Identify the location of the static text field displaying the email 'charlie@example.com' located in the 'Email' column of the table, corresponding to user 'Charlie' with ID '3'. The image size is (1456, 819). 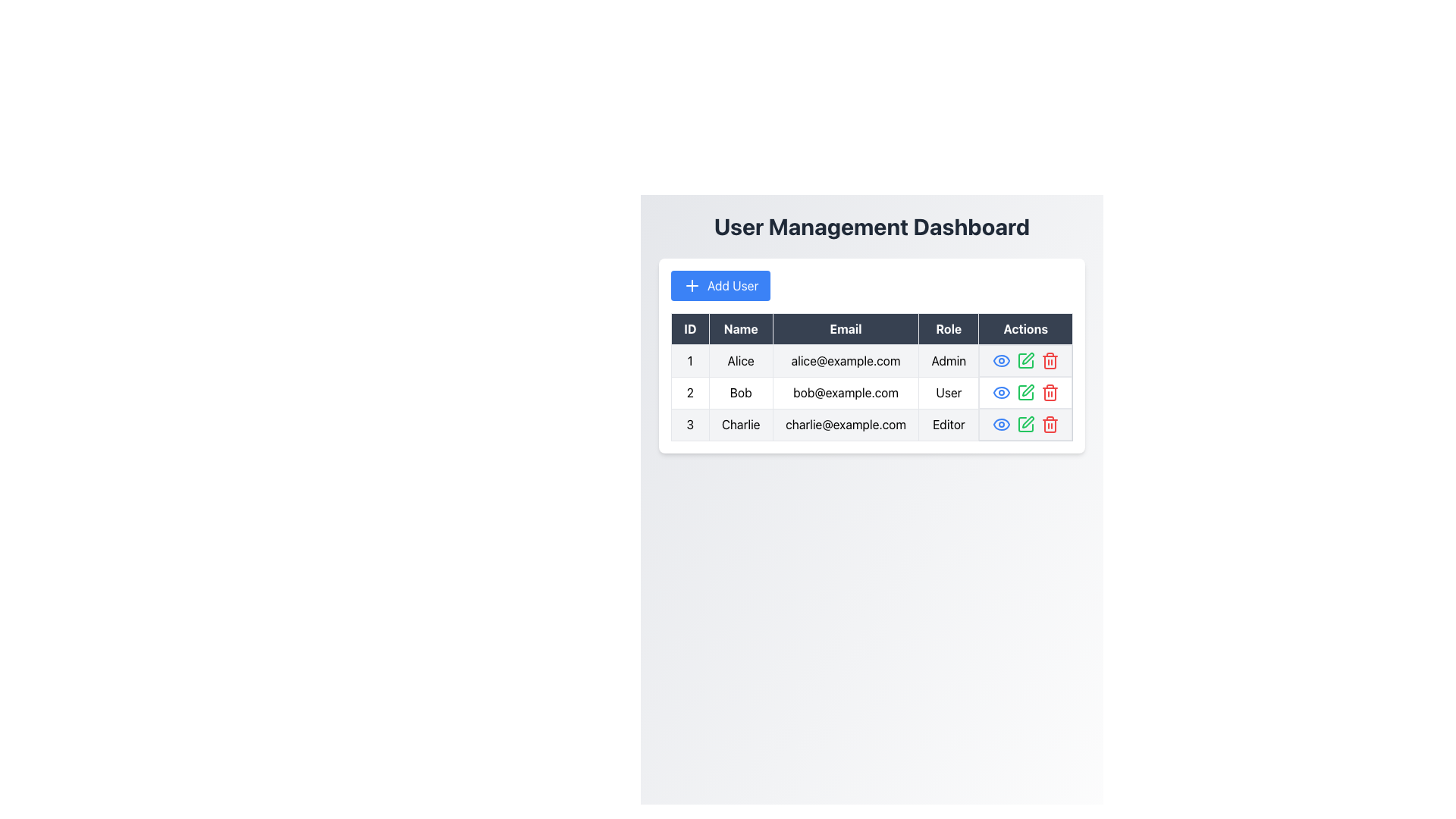
(845, 425).